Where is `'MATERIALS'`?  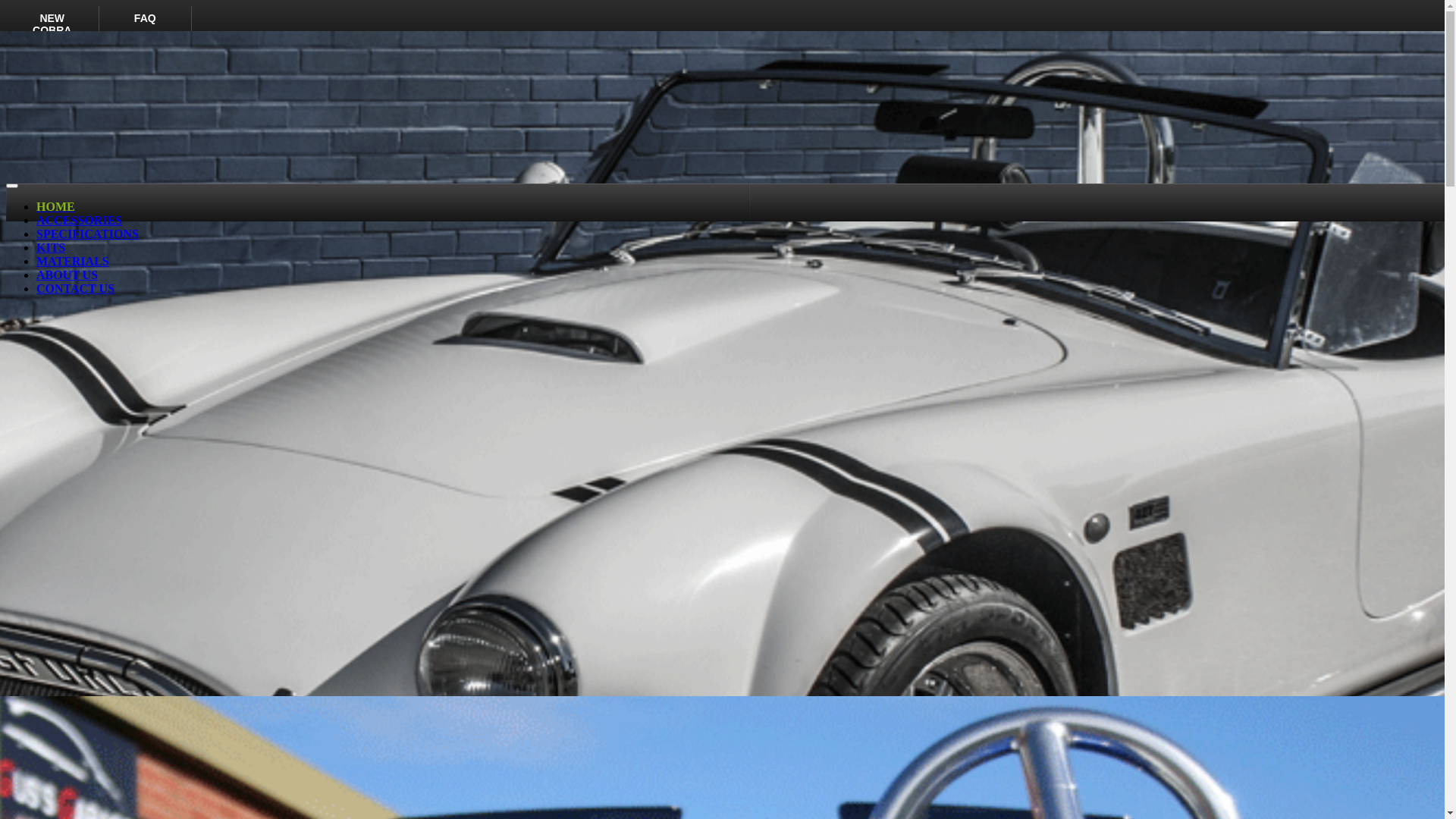 'MATERIALS' is located at coordinates (72, 260).